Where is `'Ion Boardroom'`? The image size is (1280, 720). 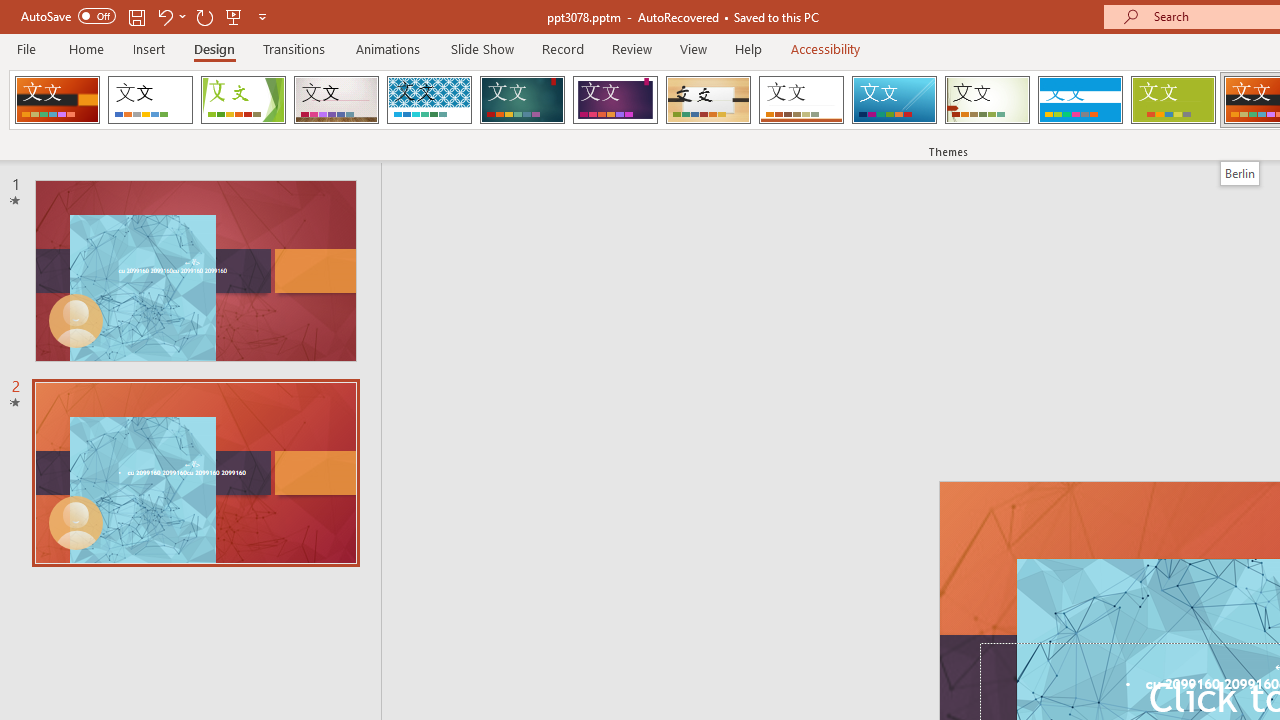 'Ion Boardroom' is located at coordinates (614, 100).